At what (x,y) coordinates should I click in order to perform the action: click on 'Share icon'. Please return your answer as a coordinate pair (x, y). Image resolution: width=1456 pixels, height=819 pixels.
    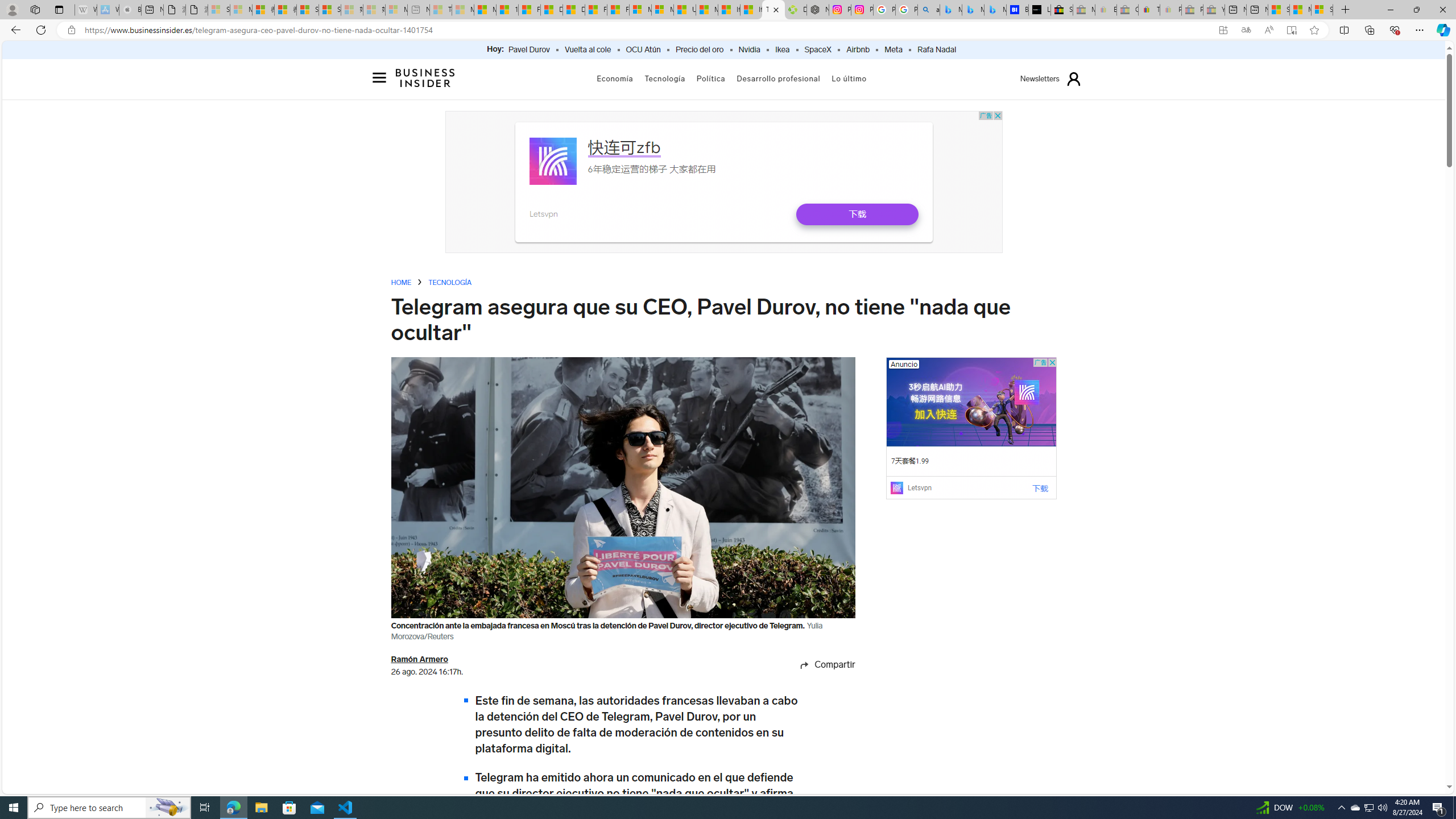
    Looking at the image, I should click on (804, 664).